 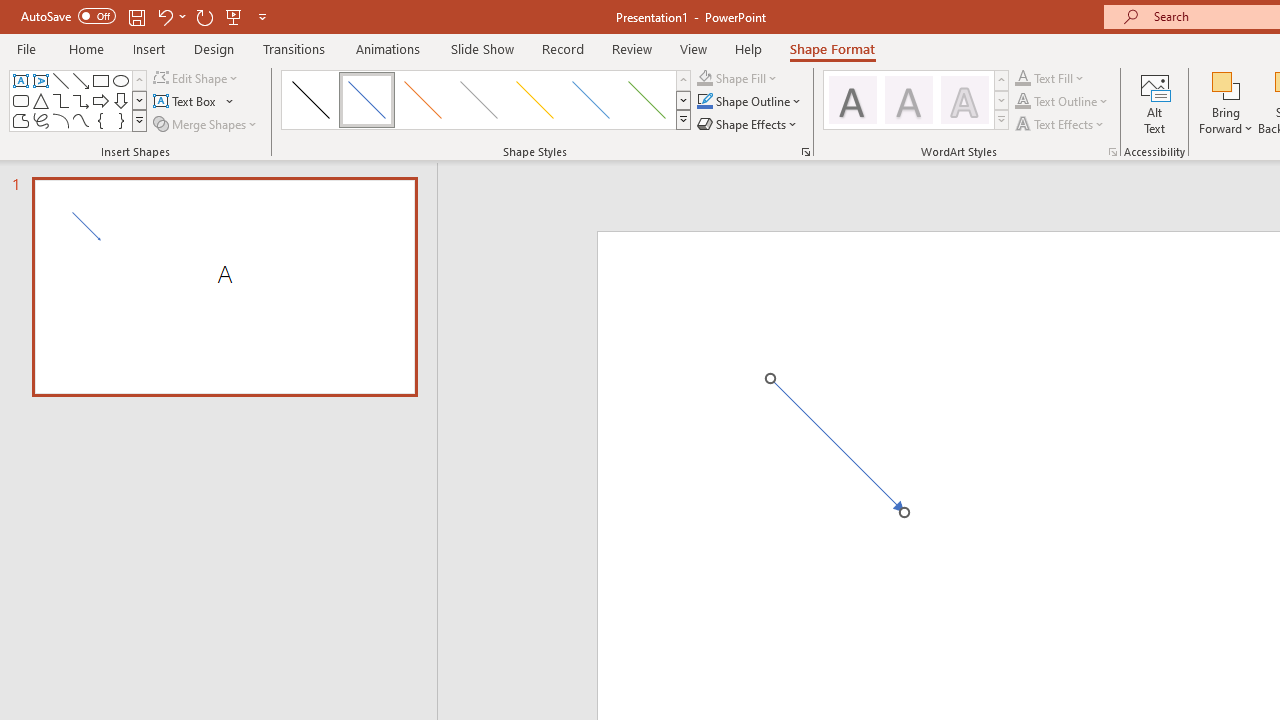 What do you see at coordinates (186, 101) in the screenshot?
I see `'Draw Horizontal Text Box'` at bounding box center [186, 101].